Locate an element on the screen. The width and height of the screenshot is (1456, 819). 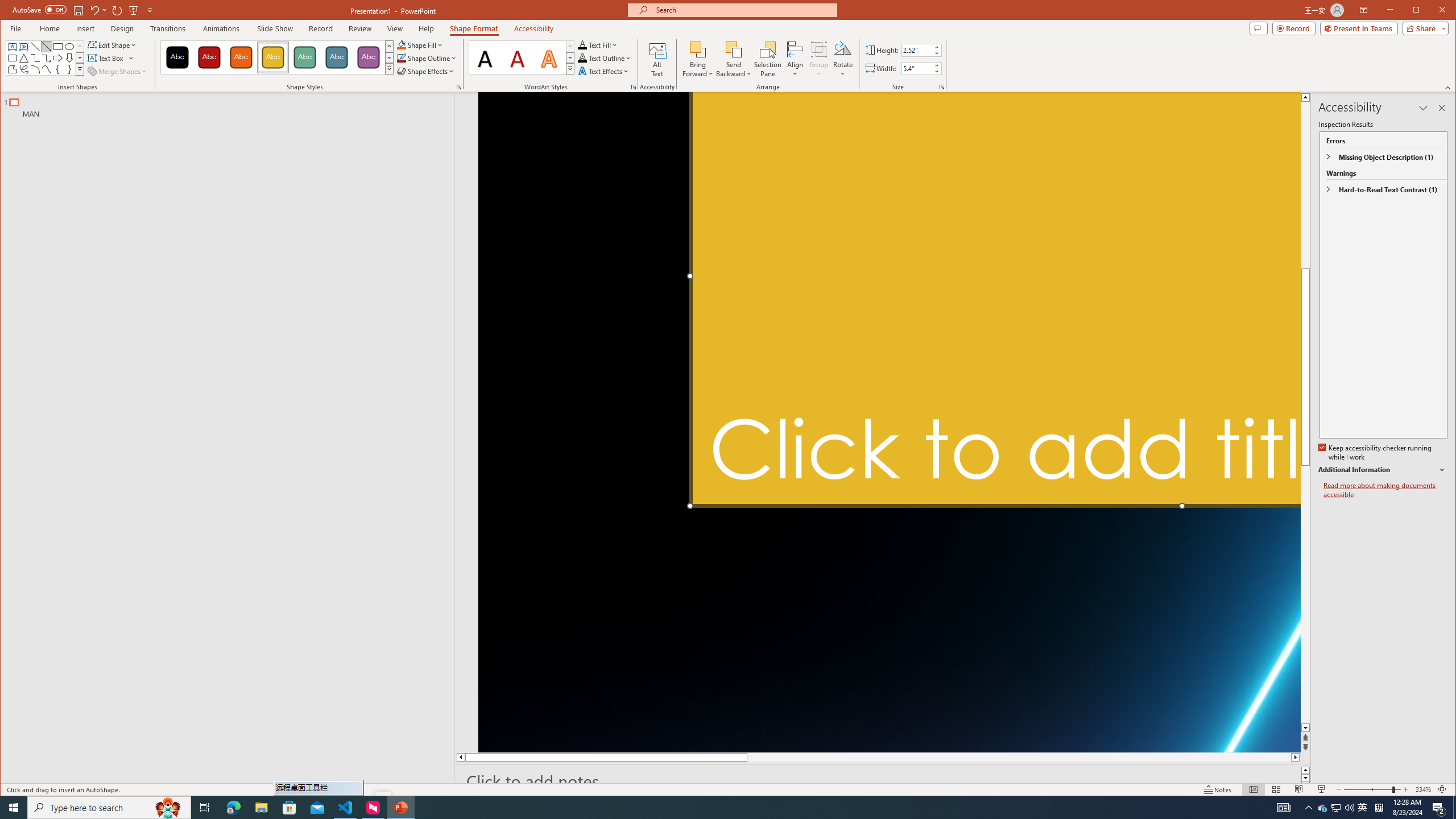
'Read more about making documents accessible' is located at coordinates (1384, 490).